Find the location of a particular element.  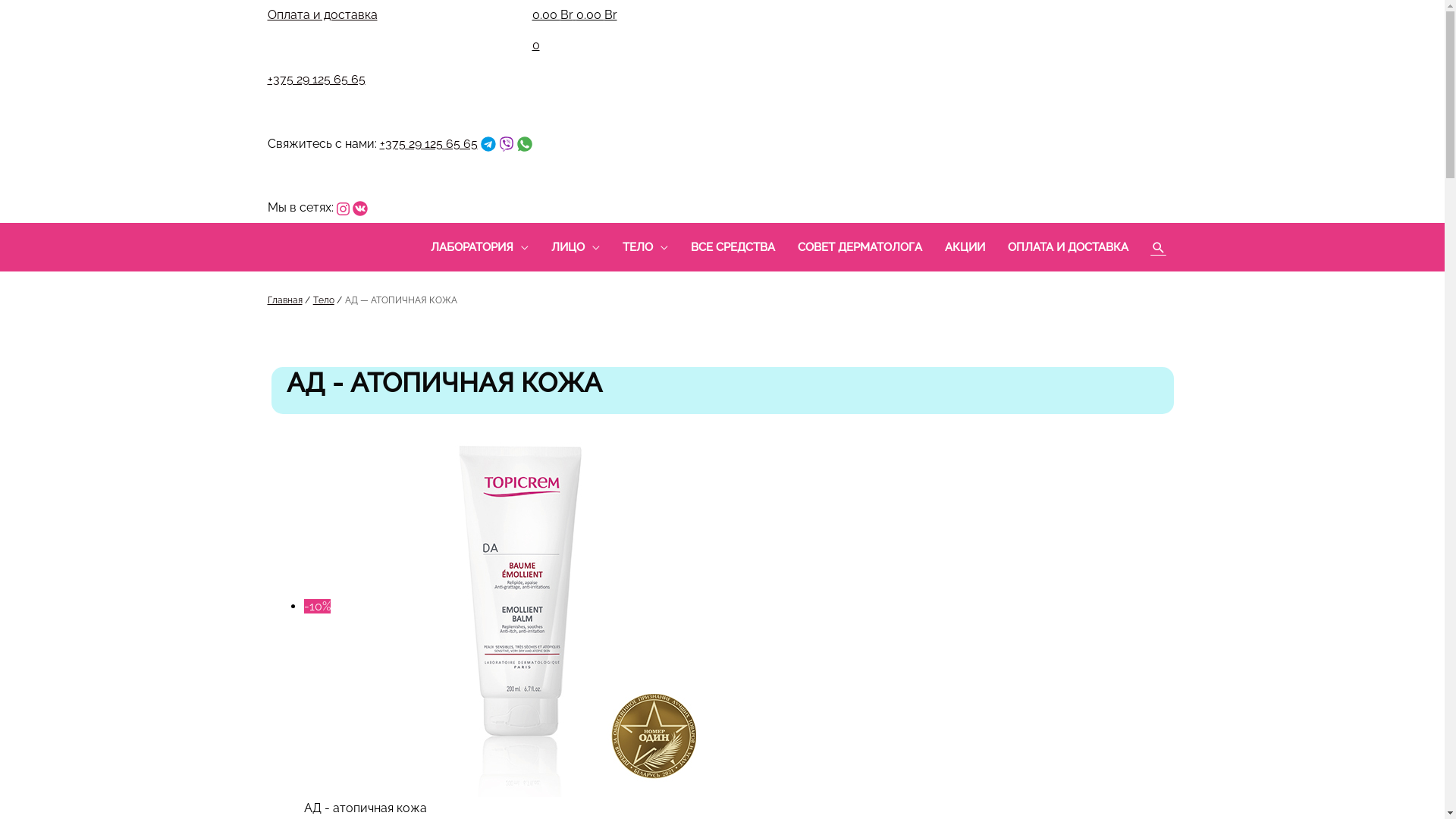

'+375 29 125 65 65' is located at coordinates (378, 143).